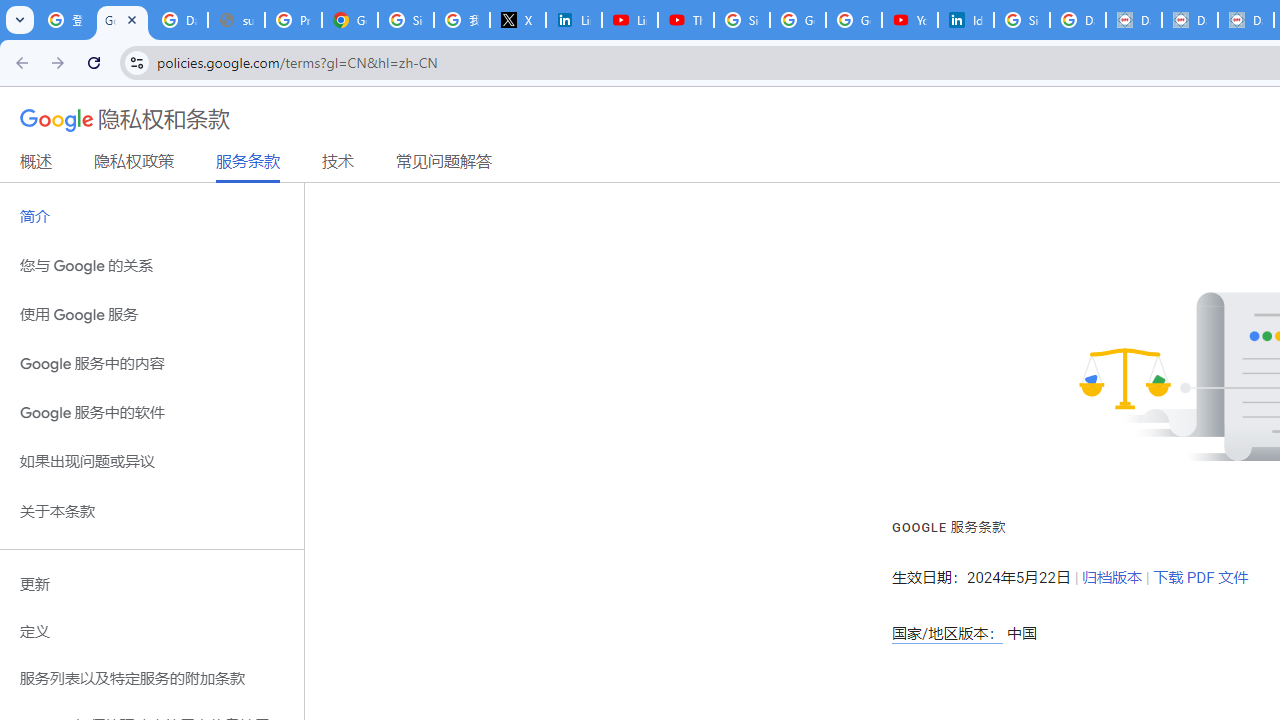  What do you see at coordinates (1134, 20) in the screenshot?
I see `'Data Privacy Framework'` at bounding box center [1134, 20].